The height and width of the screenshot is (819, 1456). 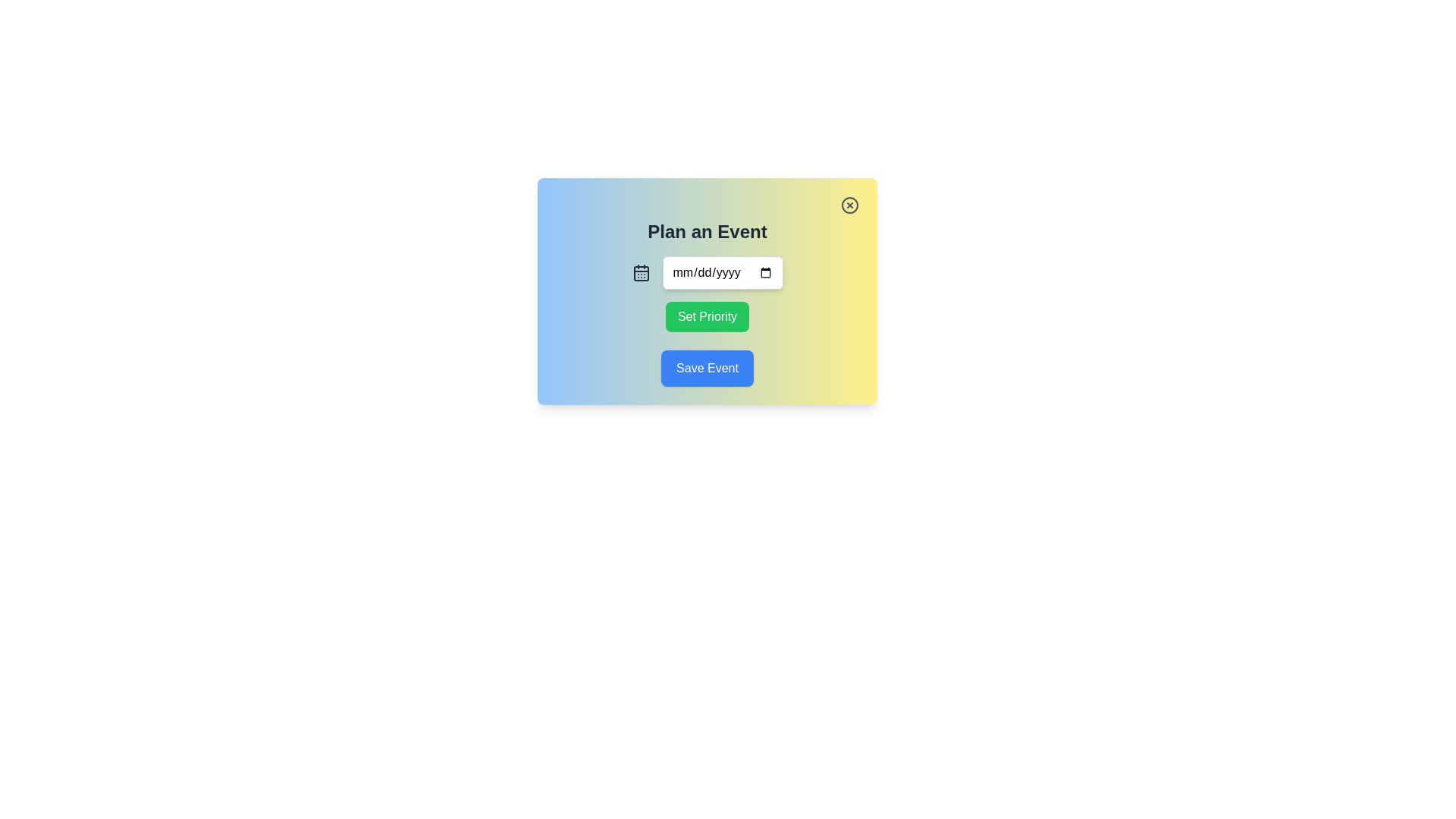 I want to click on the circular close button with an 'X' glyph located at the top-right corner of the 'Plan an Event' modal, so click(x=850, y=205).